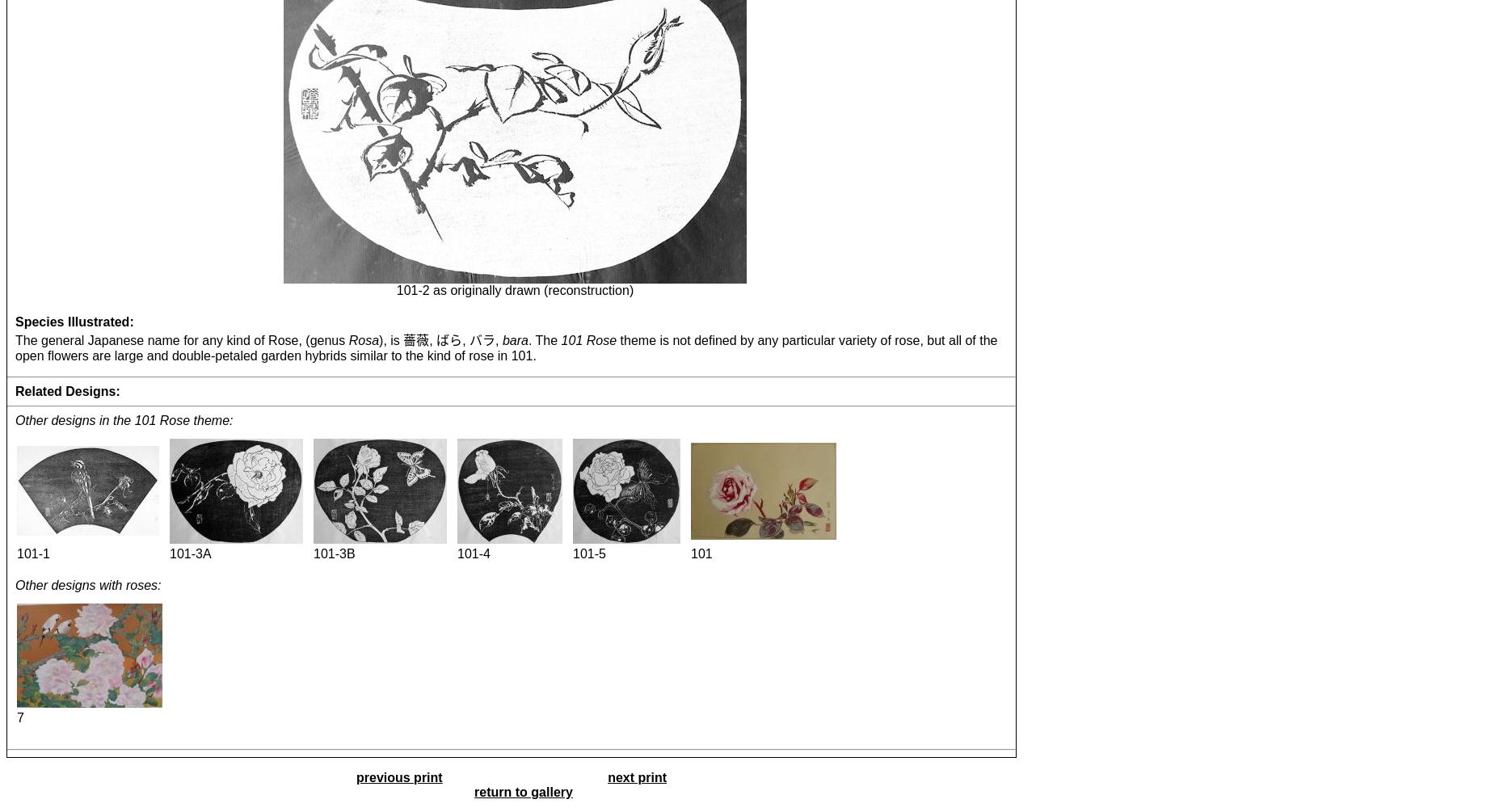  Describe the element at coordinates (19, 716) in the screenshot. I see `'7'` at that location.